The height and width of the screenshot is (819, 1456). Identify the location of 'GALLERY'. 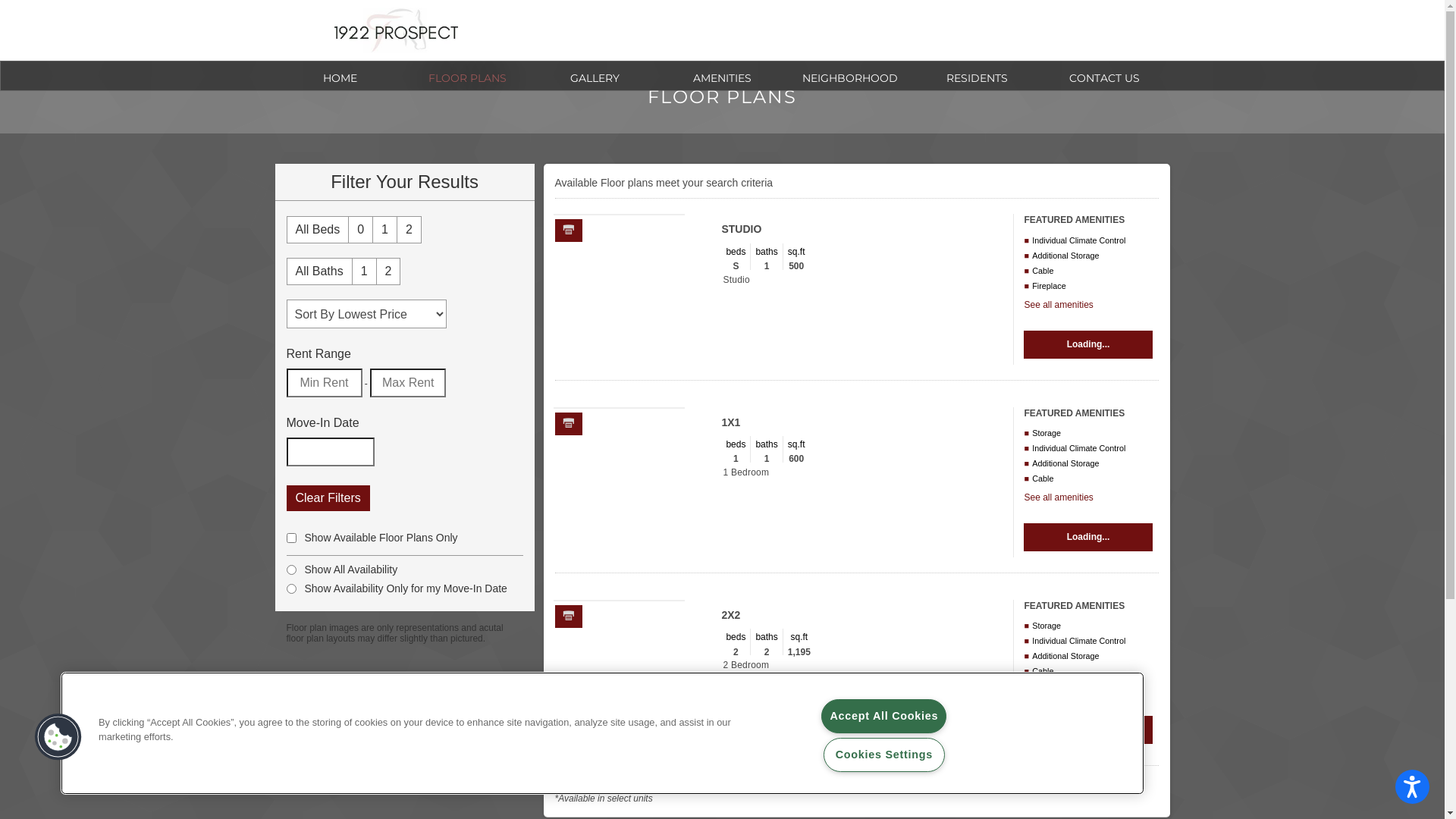
(593, 76).